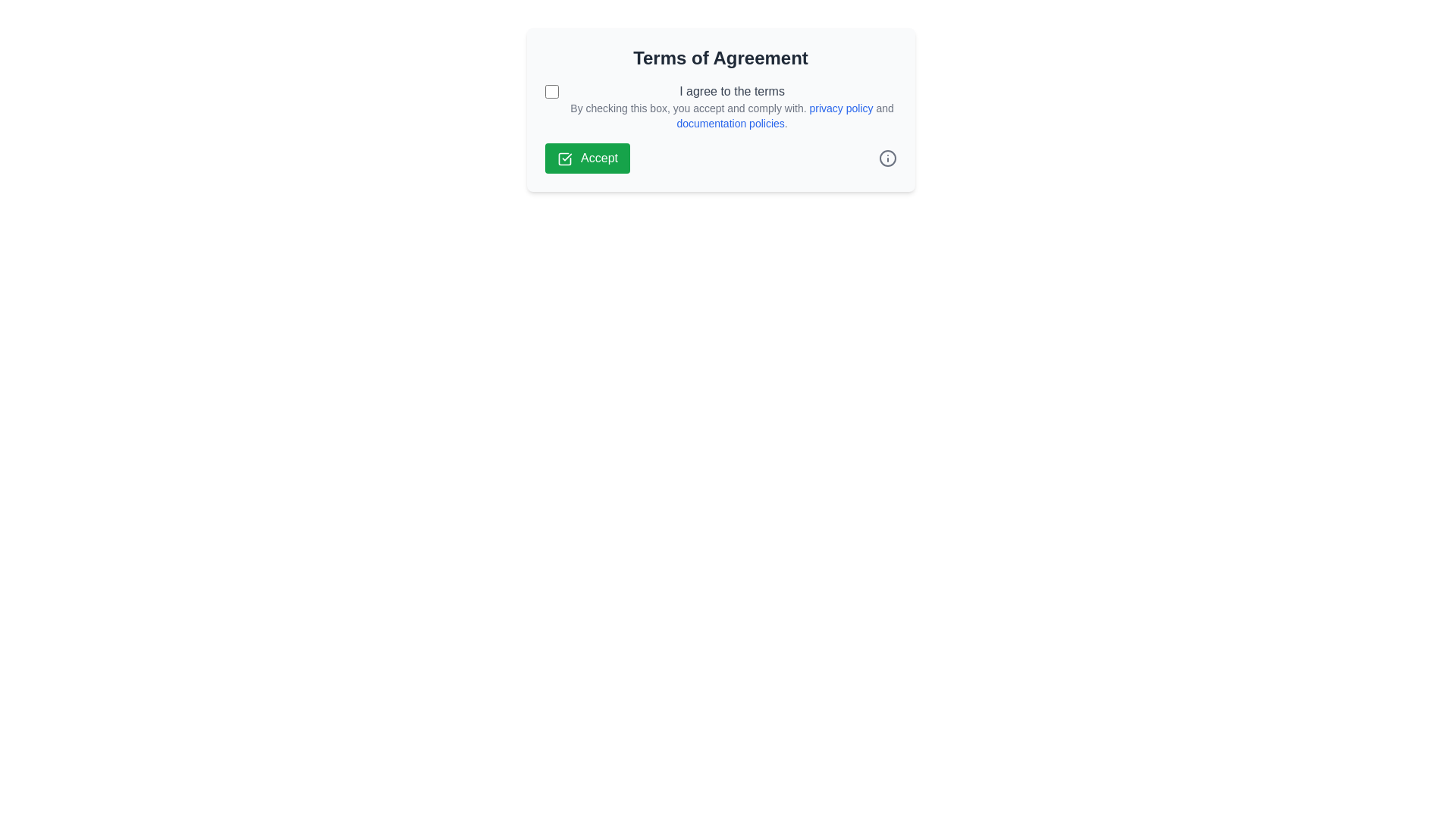 This screenshot has height=819, width=1456. I want to click on the circular icon located at the bottom-right corner of the 'Terms of Agreement' section, which features a white background and a dark gray border, so click(887, 158).